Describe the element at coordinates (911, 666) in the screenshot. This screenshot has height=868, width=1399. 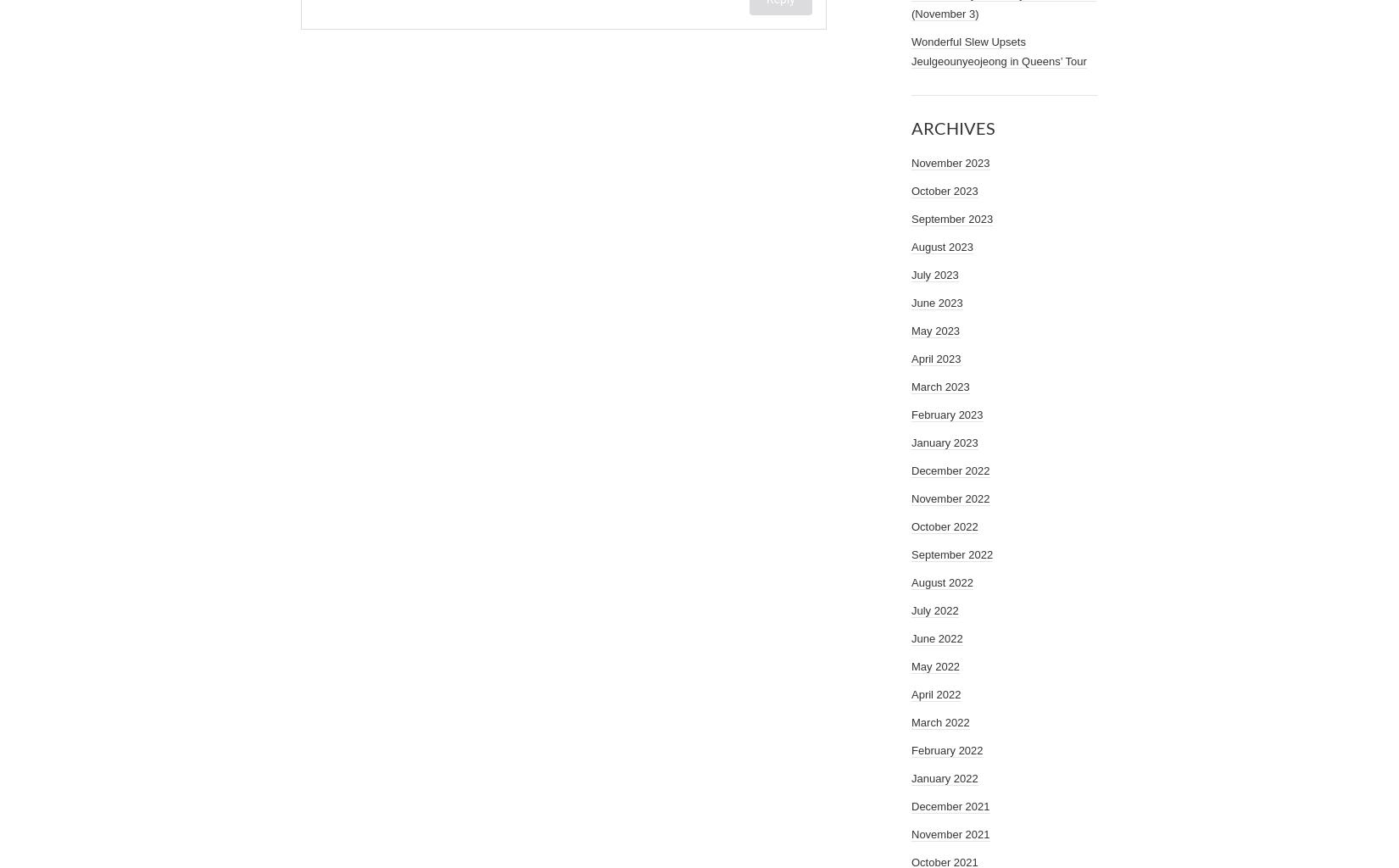
I see `'May 2022'` at that location.